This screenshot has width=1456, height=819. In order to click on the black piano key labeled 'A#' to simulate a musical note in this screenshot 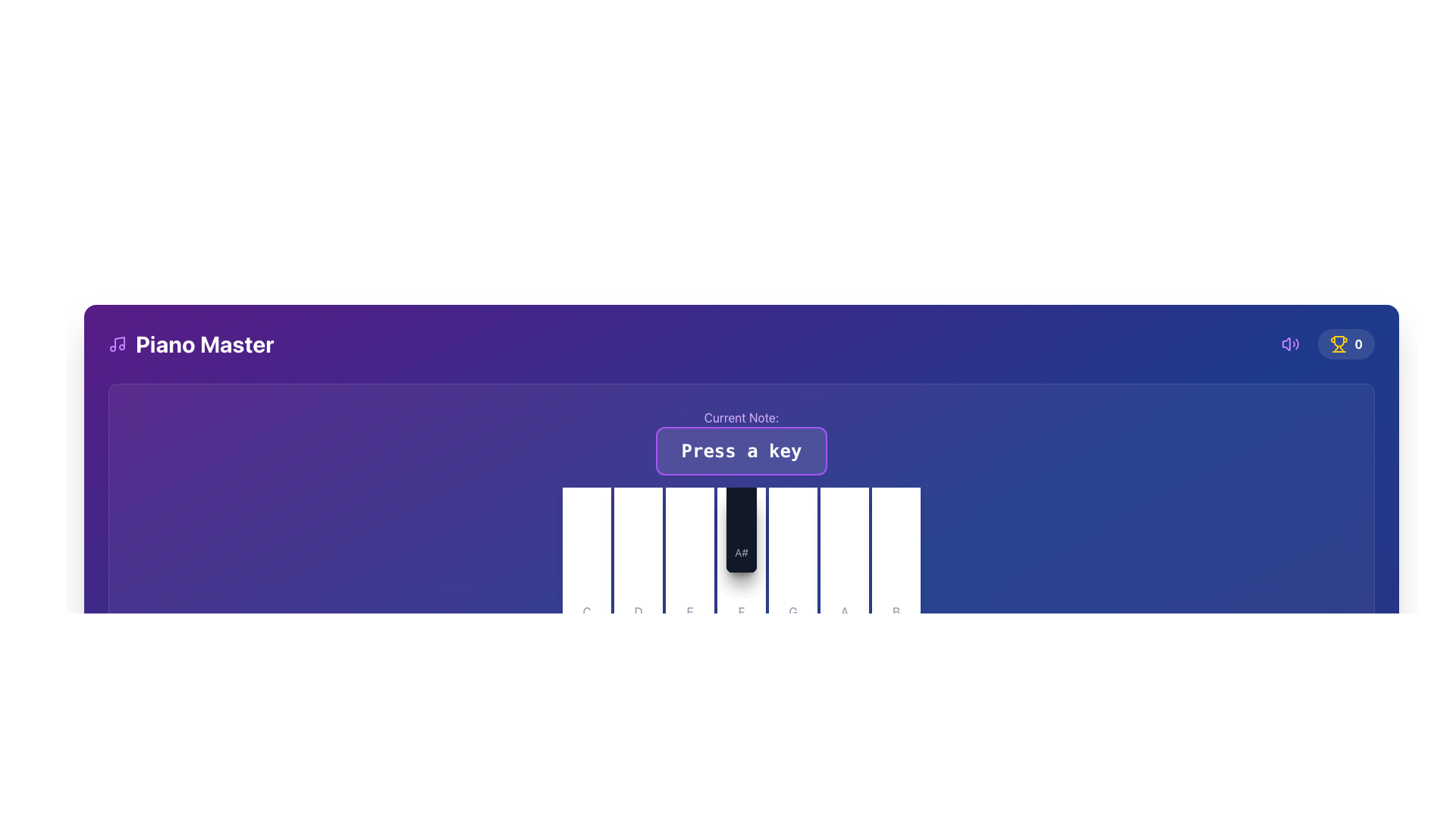, I will do `click(742, 560)`.